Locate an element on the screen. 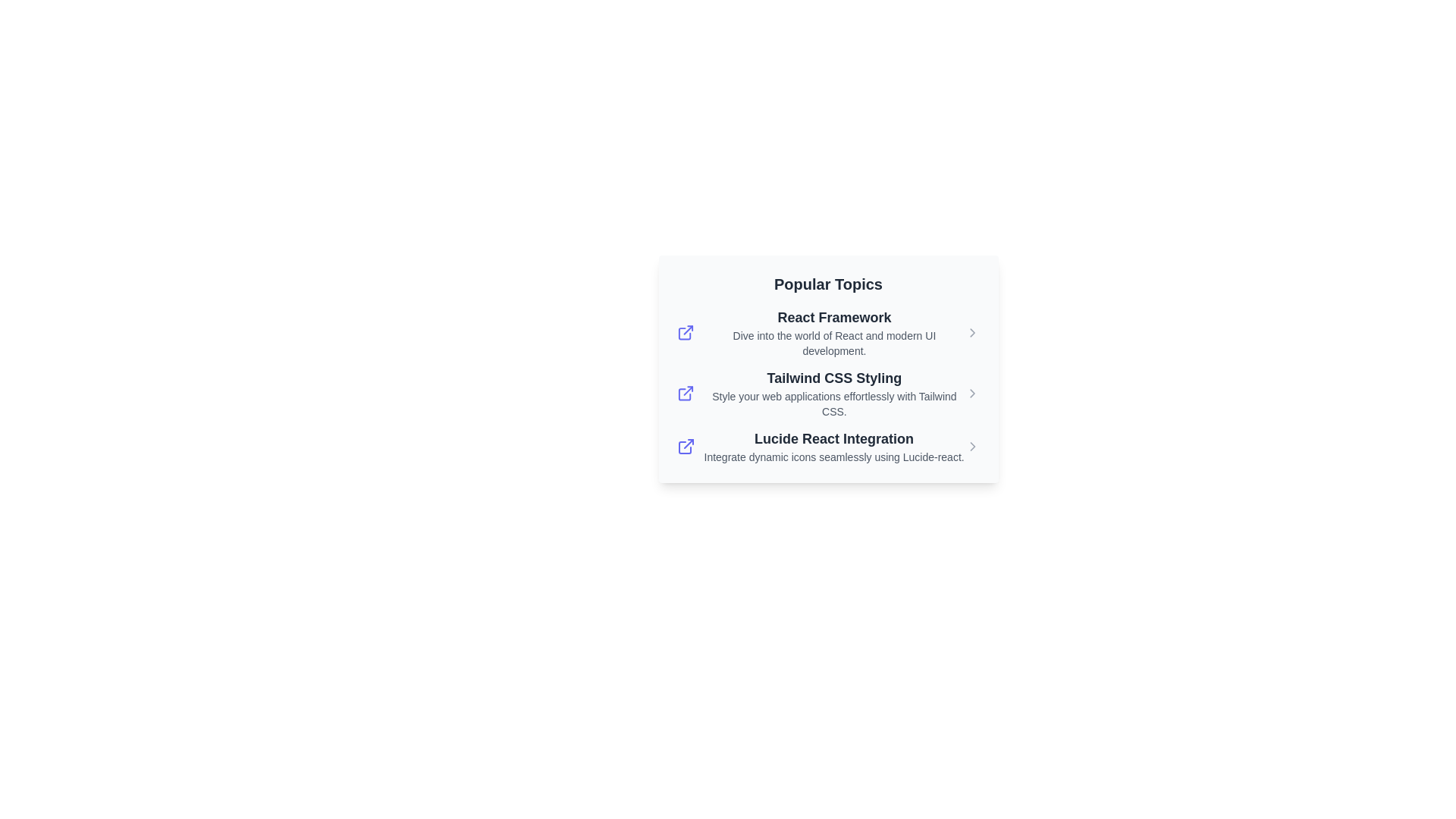  the right chevron icon located at the far-right side of the 'Lucide React Integration' entry in the list of topics is located at coordinates (972, 446).